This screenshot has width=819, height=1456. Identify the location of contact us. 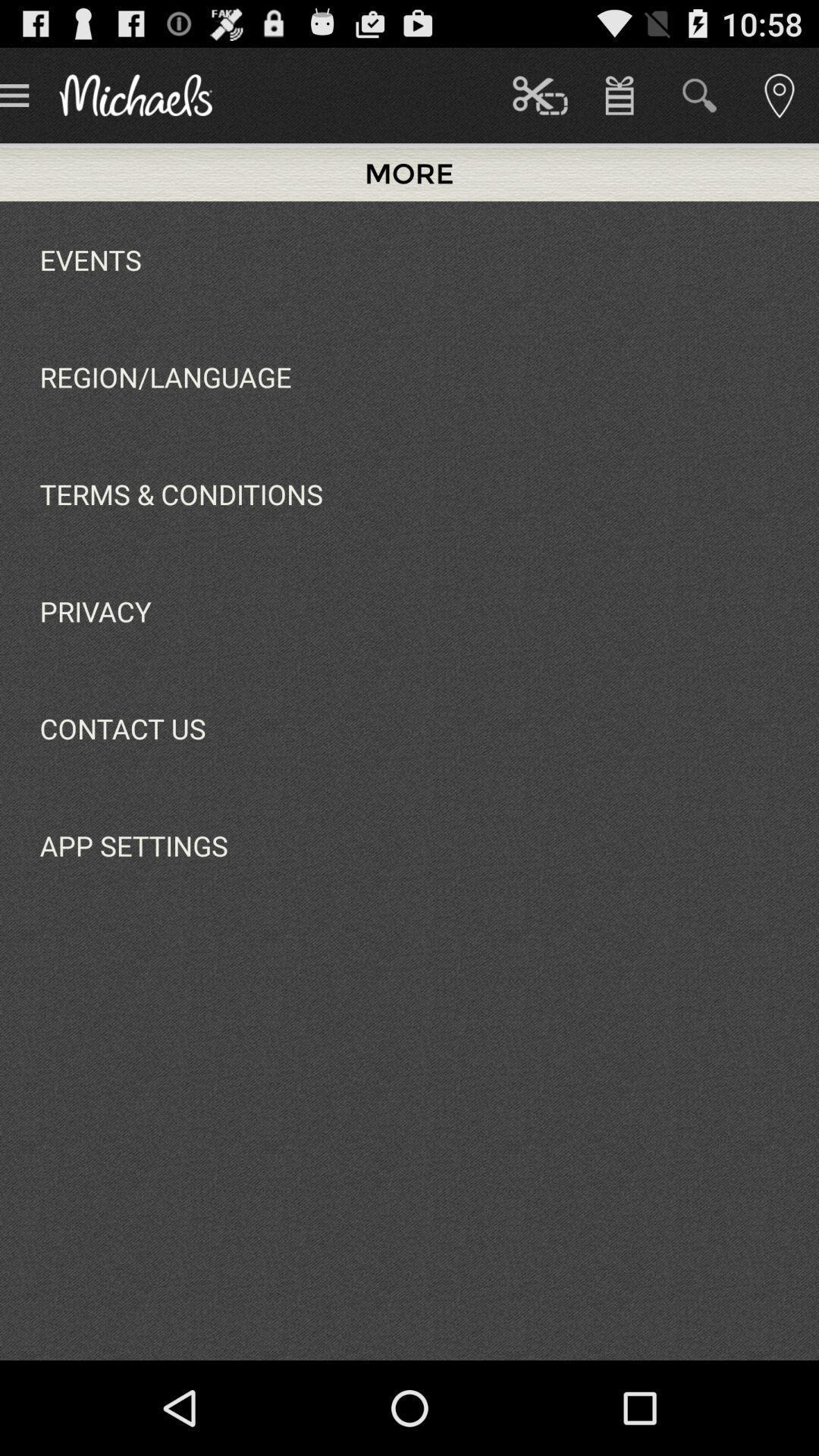
(122, 728).